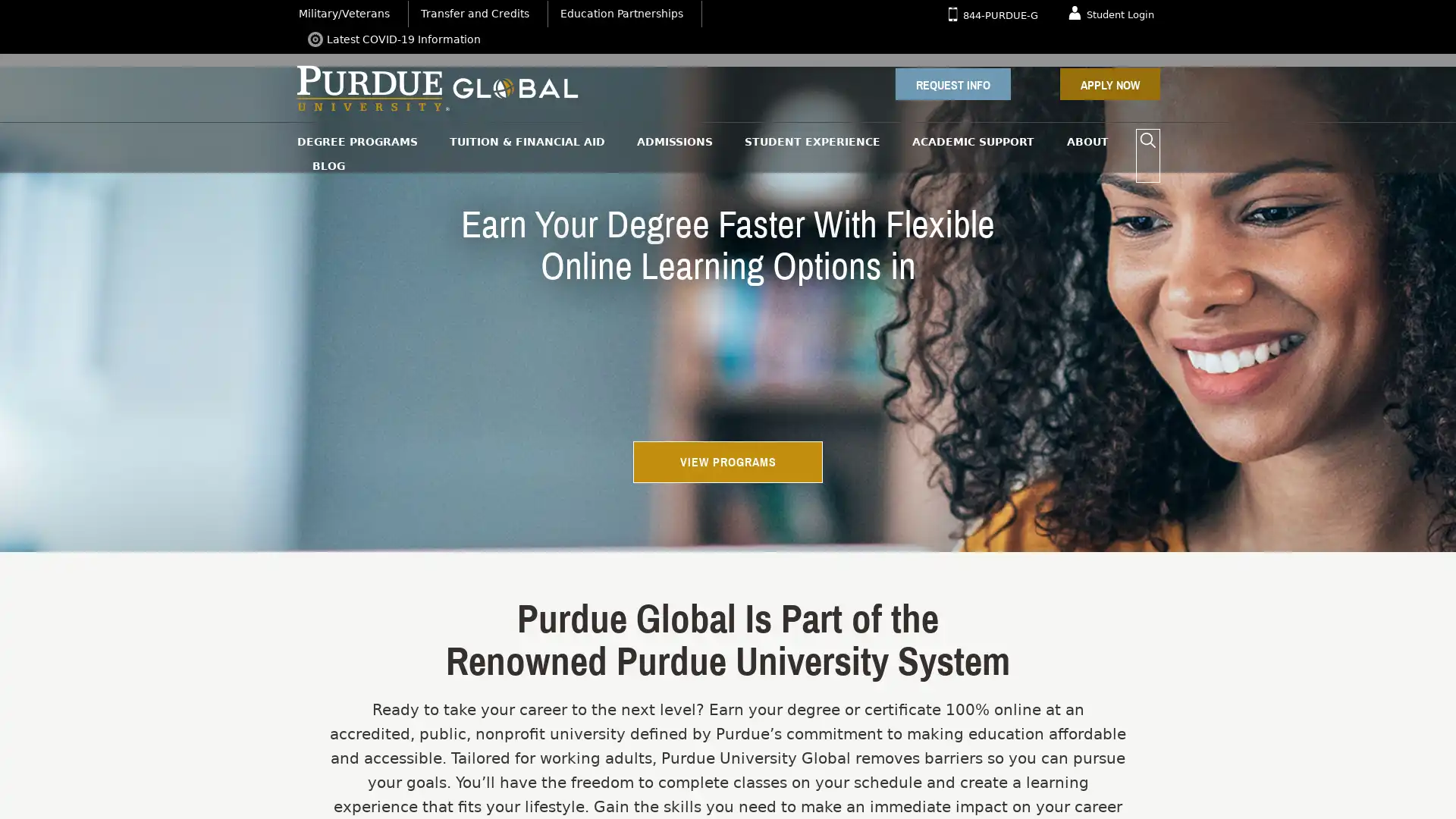 The width and height of the screenshot is (1456, 819). Describe the element at coordinates (1147, 140) in the screenshot. I see `Search` at that location.